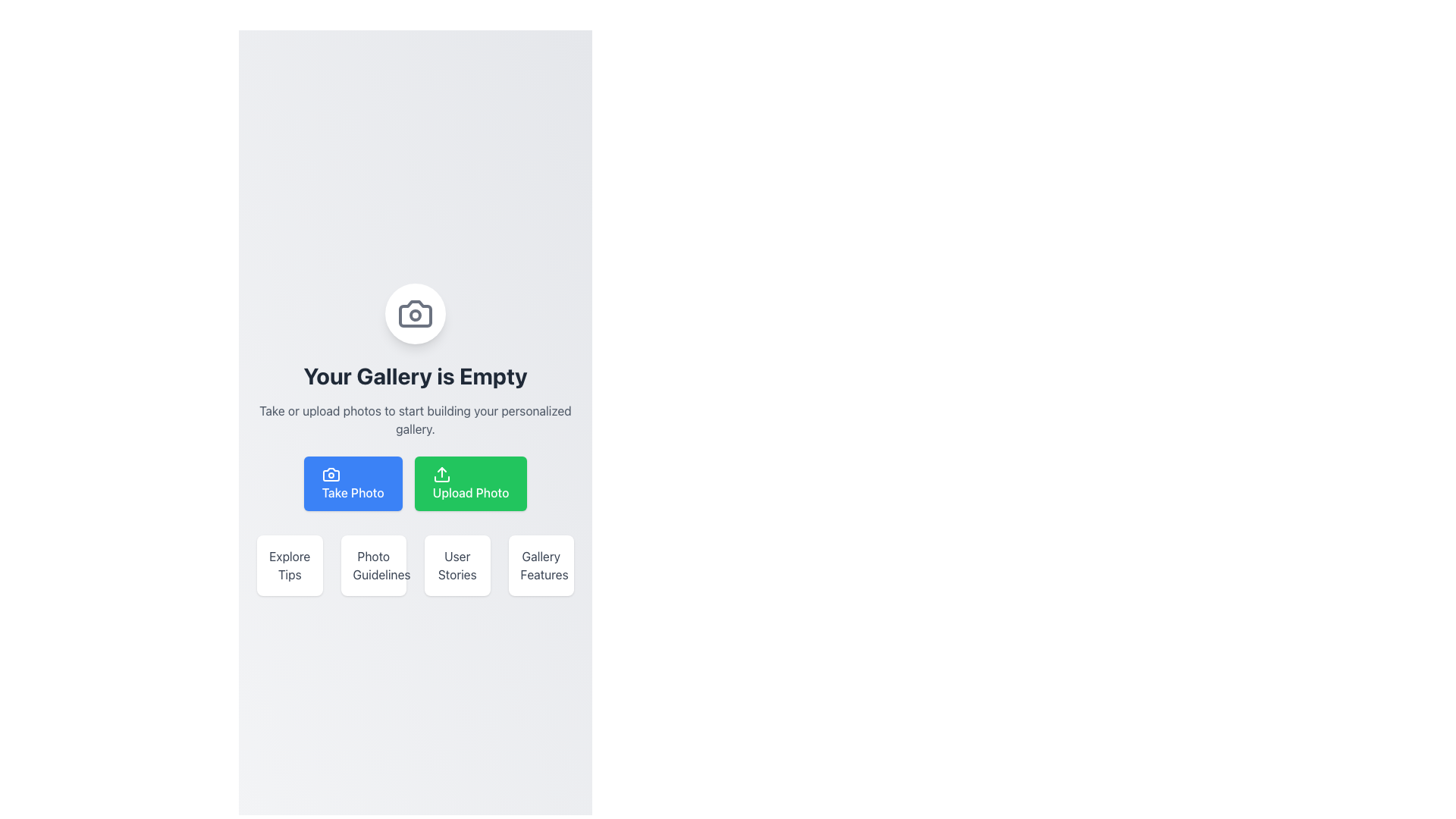 The width and height of the screenshot is (1456, 819). Describe the element at coordinates (330, 473) in the screenshot. I see `the camera icon within the blue button labeled 'Take Photo', which features a minimalistic line-drawn camera symbol positioned to the left of the button's text` at that location.